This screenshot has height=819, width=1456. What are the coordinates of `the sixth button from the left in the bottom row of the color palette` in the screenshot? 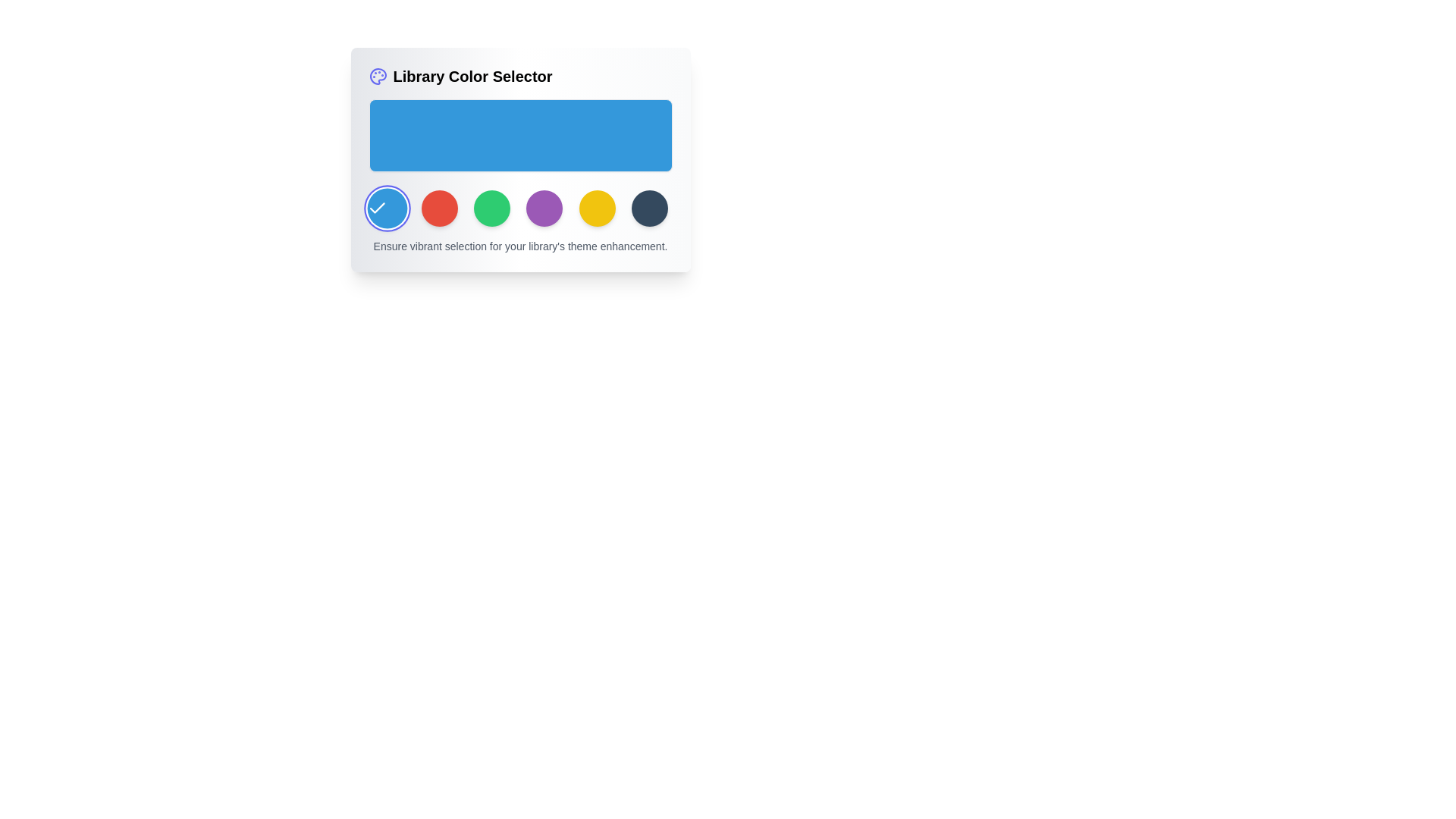 It's located at (596, 208).